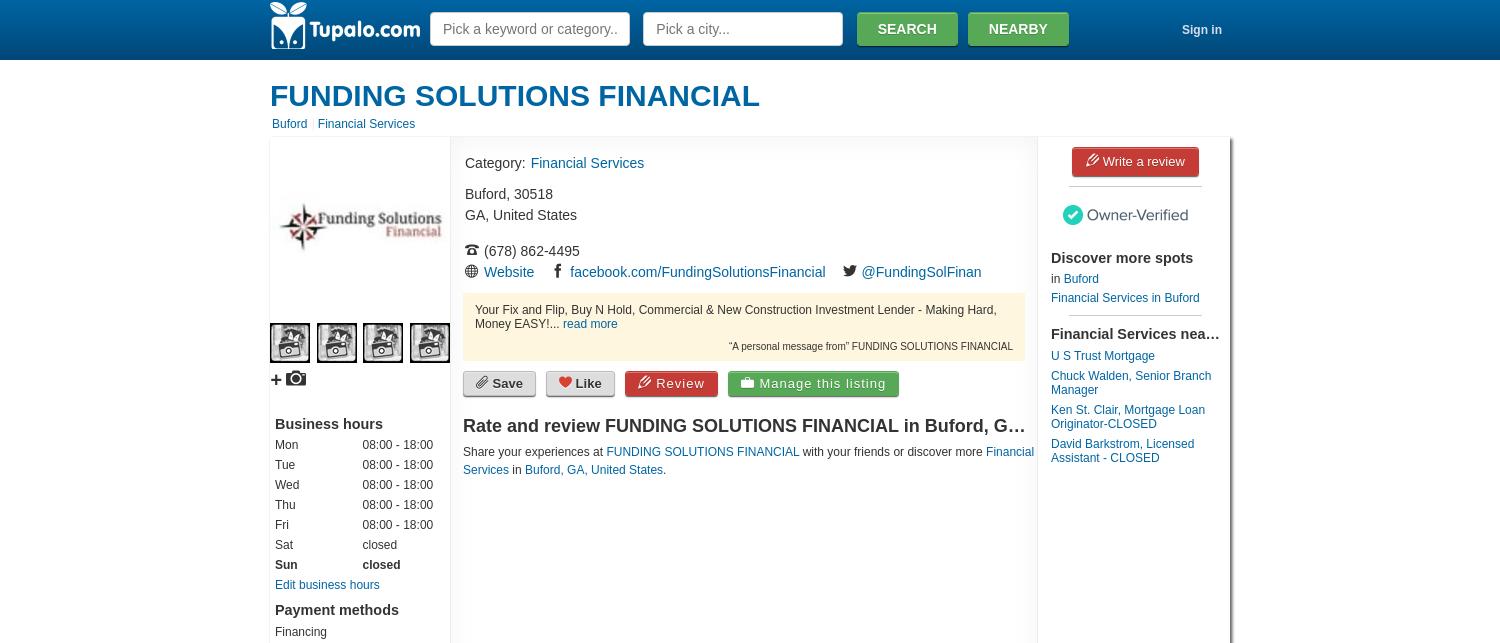 The height and width of the screenshot is (643, 1500). Describe the element at coordinates (508, 271) in the screenshot. I see `'Website'` at that location.